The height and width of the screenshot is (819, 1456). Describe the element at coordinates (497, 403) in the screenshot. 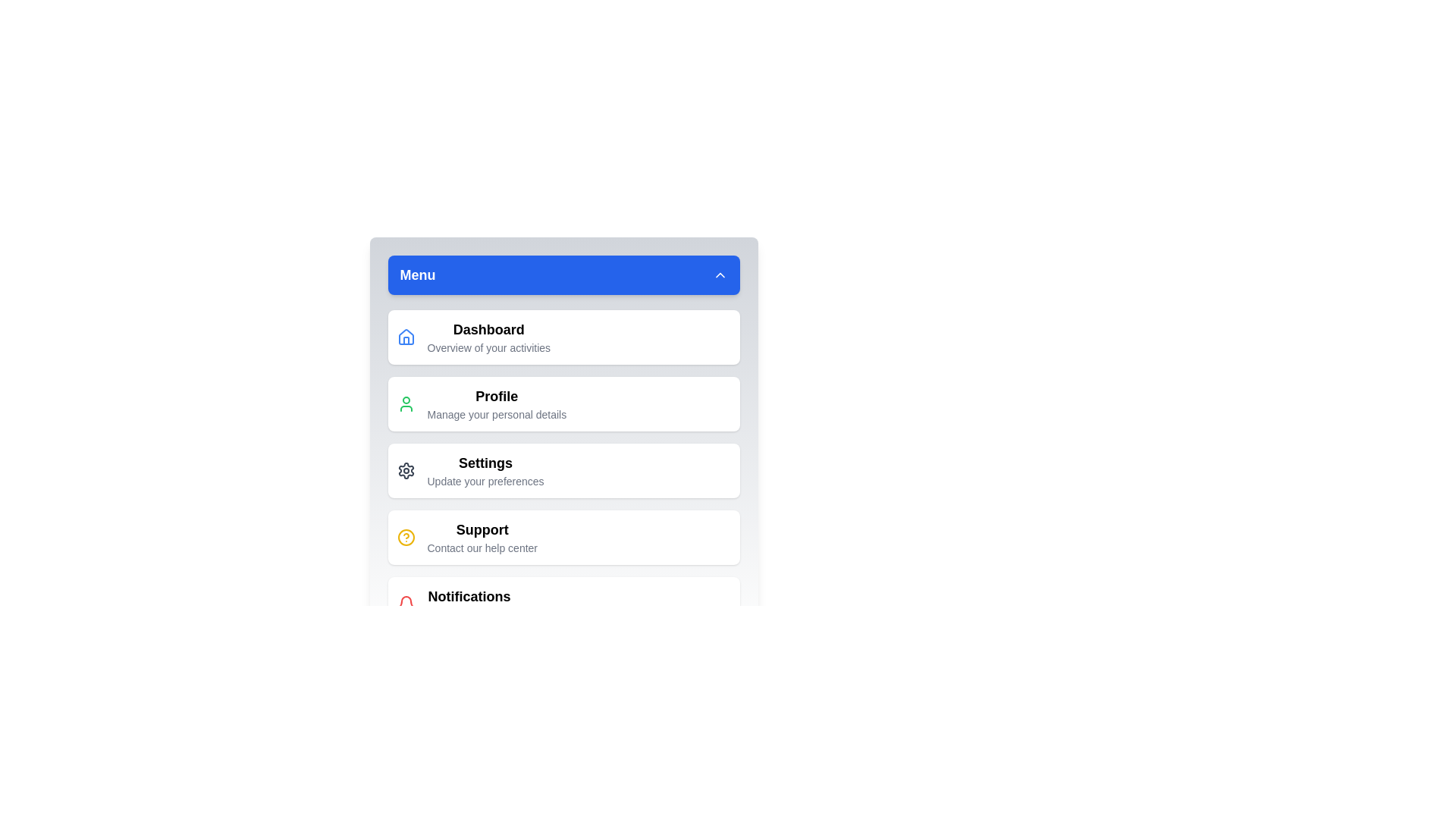

I see `details from the 'Profile' text block located in the 'Menu' section, which is the second item in the list` at that location.